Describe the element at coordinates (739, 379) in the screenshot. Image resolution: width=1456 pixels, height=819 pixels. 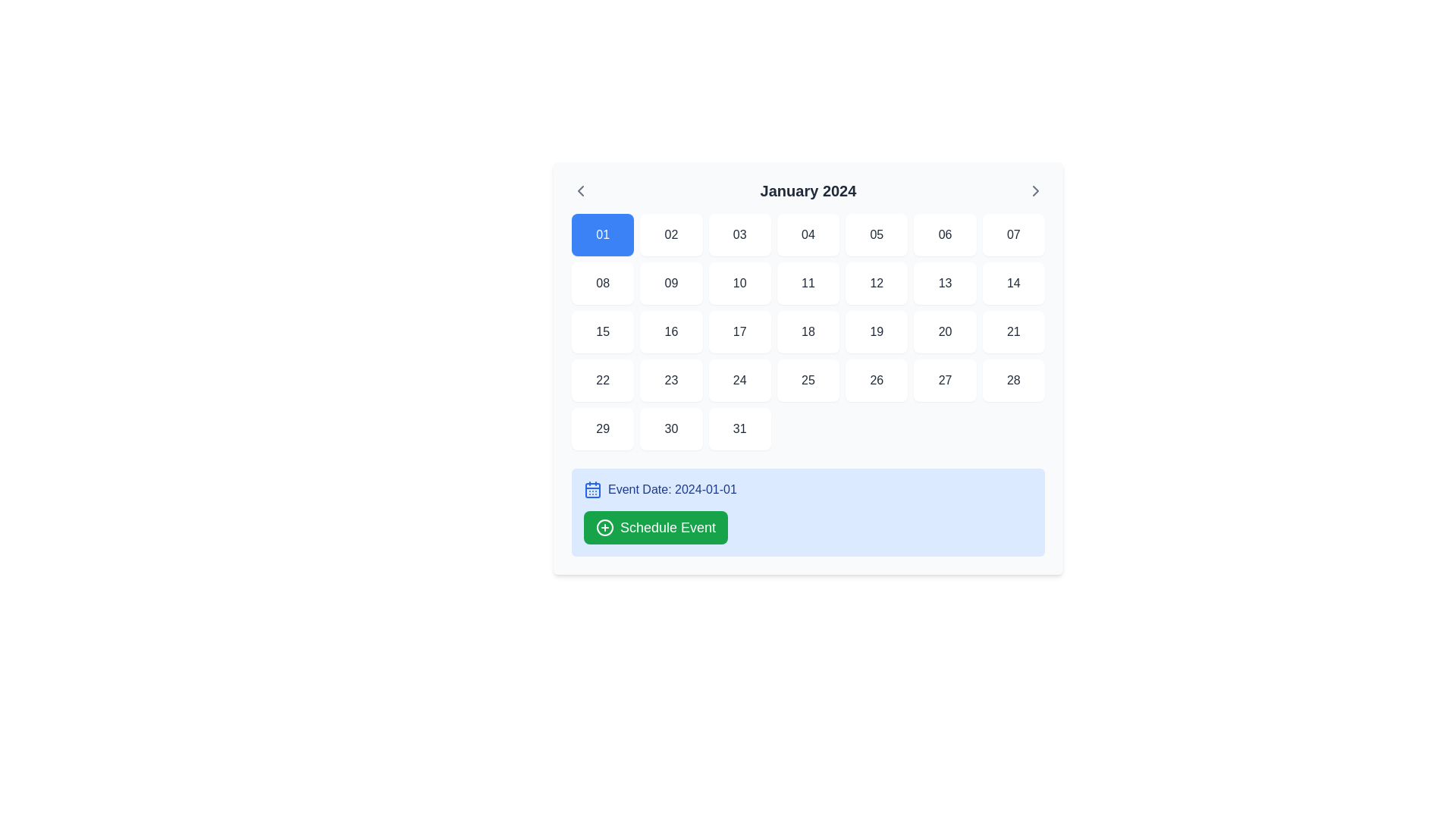
I see `the button displaying the number '24'` at that location.